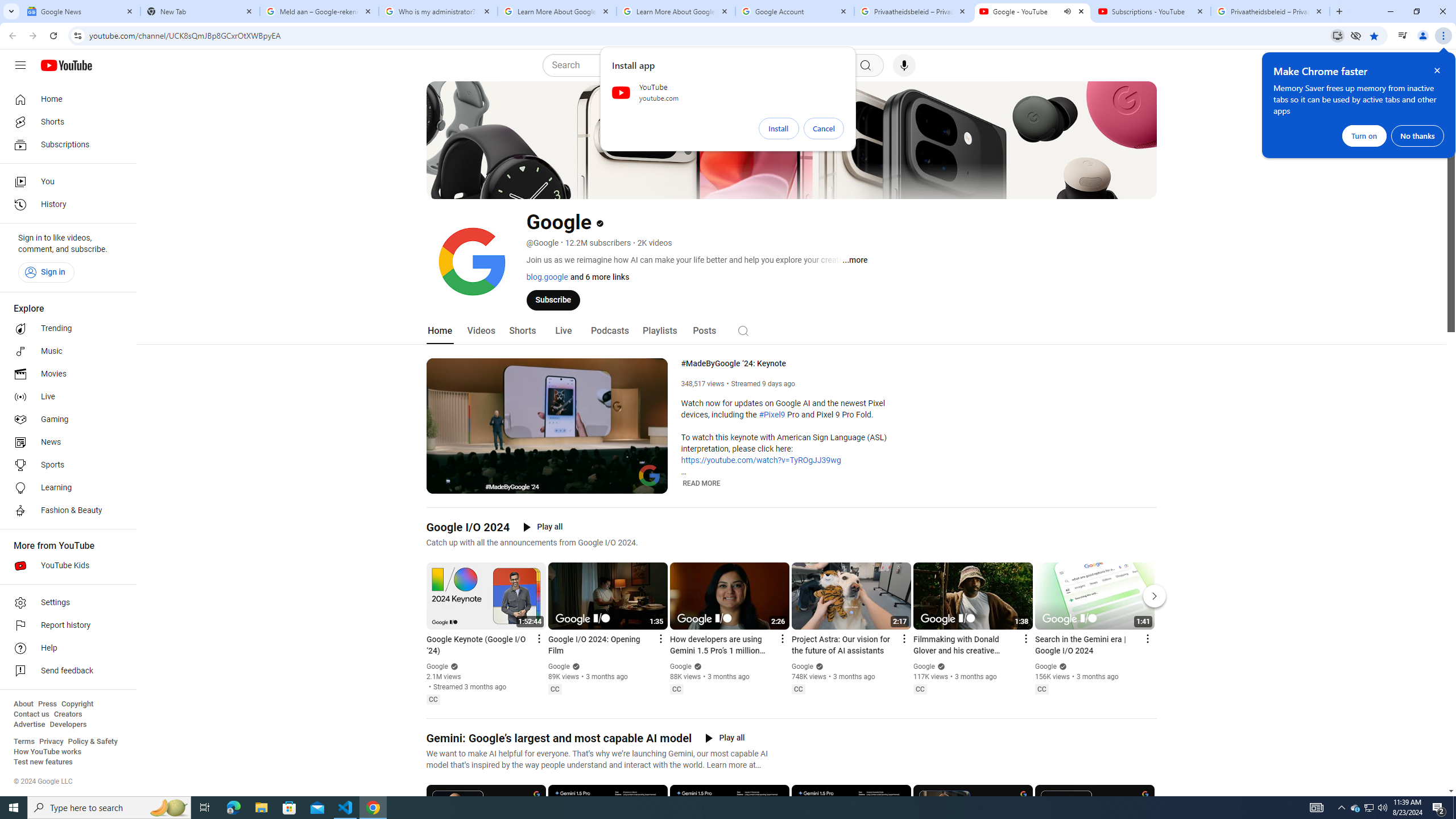  I want to click on 'Verified', so click(1061, 666).